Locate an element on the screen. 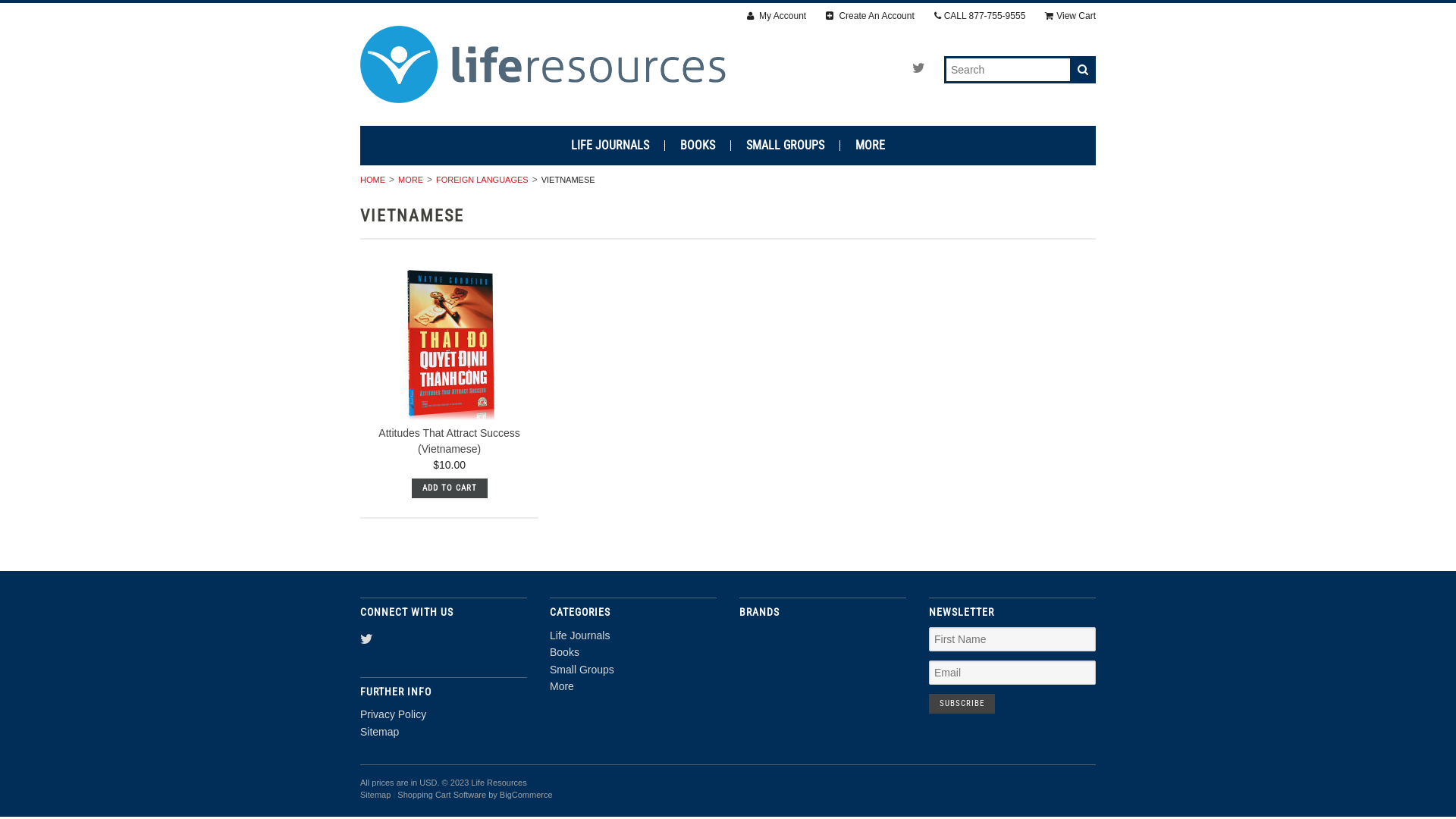 Image resolution: width=1456 pixels, height=819 pixels. 'LIFE JOURNALS' is located at coordinates (610, 146).